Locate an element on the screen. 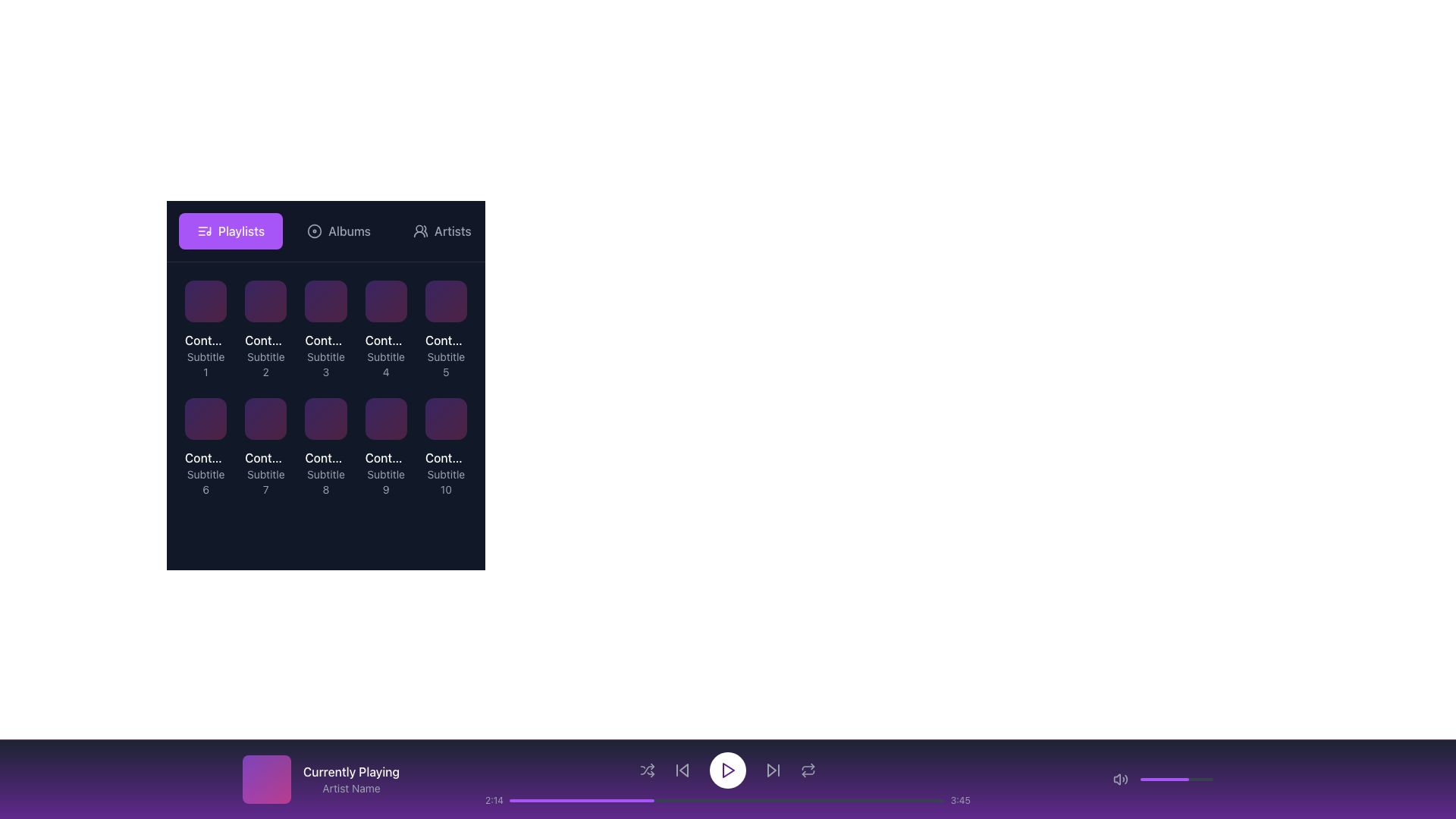  the thumbnail or visual placeholder representing the ninth item in a 2-row grid layout, located in the bottom row and fourth from the left is located at coordinates (386, 419).